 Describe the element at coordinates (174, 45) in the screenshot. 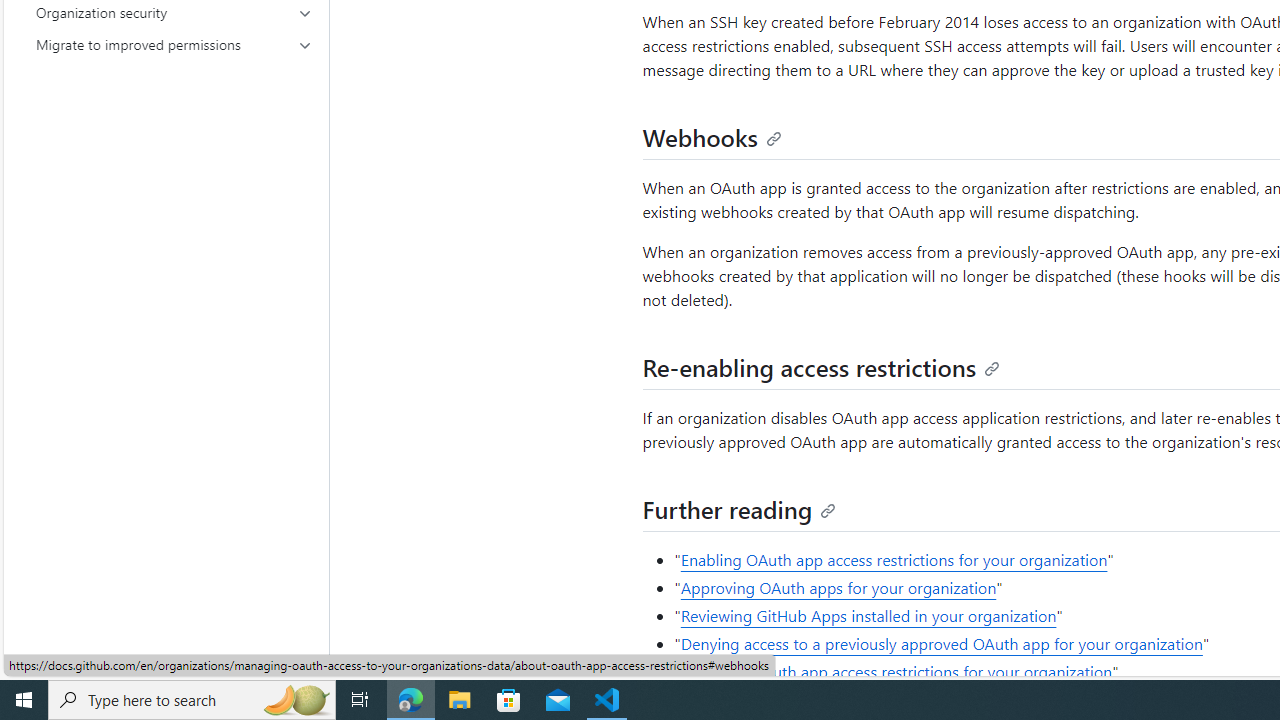

I see `'Migrate to improved permissions'` at that location.